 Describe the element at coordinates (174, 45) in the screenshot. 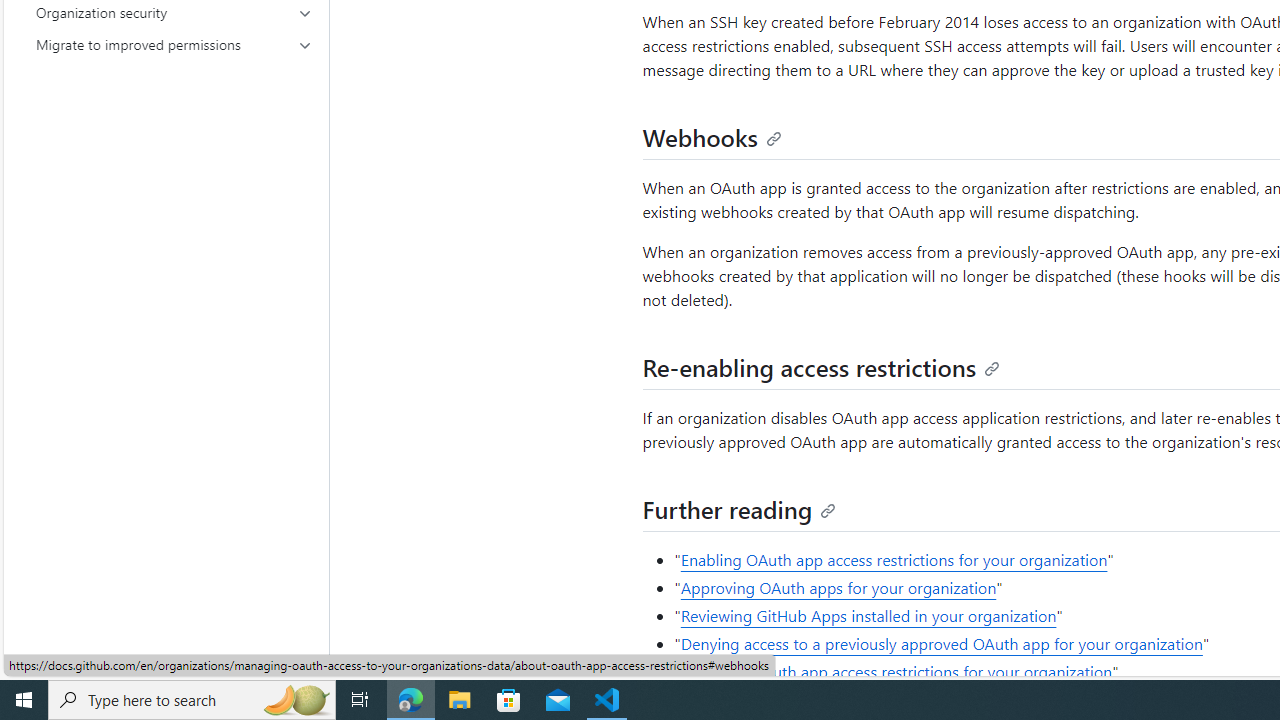

I see `'Migrate to improved permissions'` at that location.